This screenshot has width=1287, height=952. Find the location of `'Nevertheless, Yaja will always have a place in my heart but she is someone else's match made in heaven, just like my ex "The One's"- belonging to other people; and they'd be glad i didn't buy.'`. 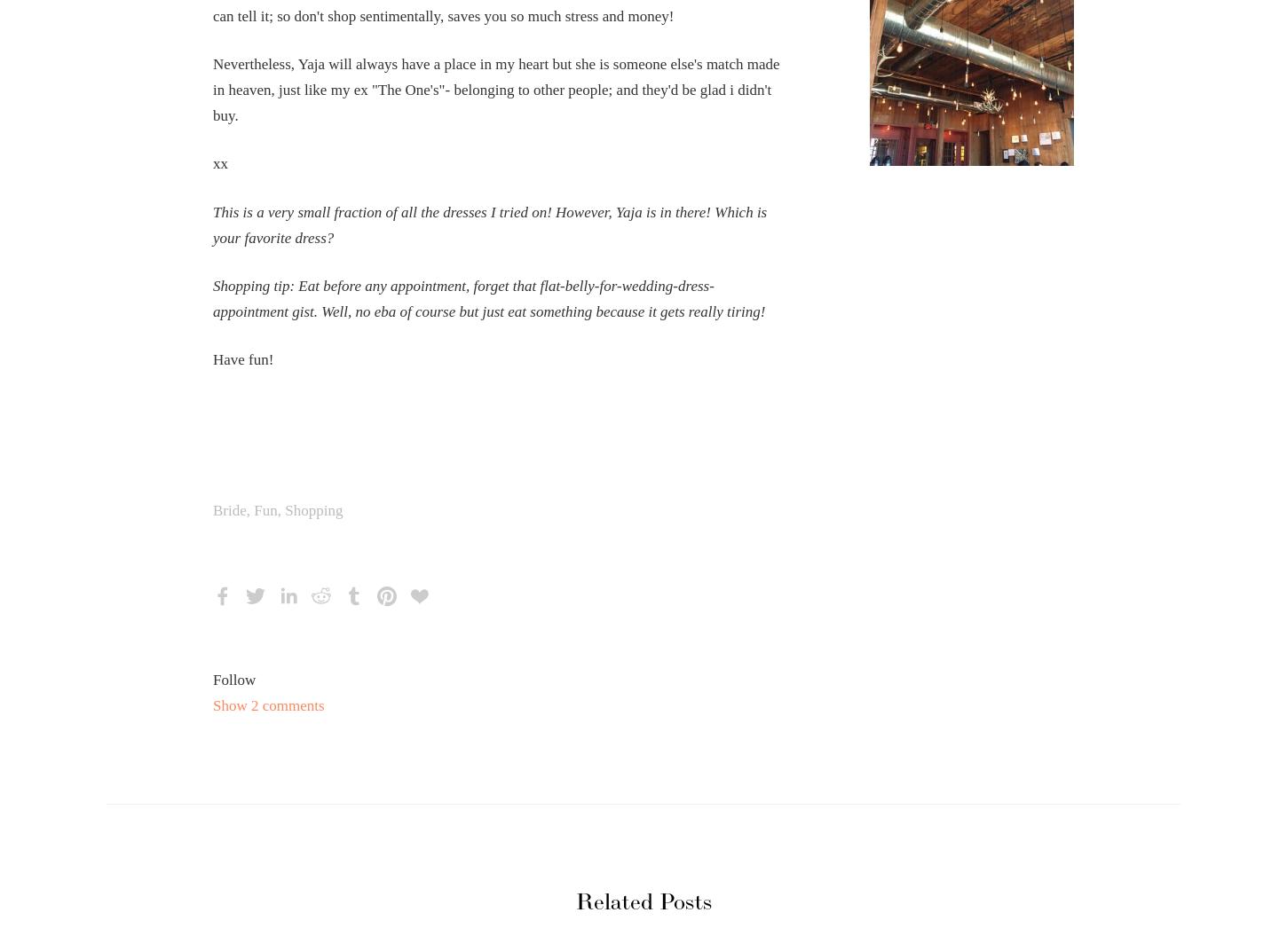

'Nevertheless, Yaja will always have a place in my heart but she is someone else's match made in heaven, just like my ex "The One's"- belonging to other people; and they'd be glad i didn't buy.' is located at coordinates (495, 89).